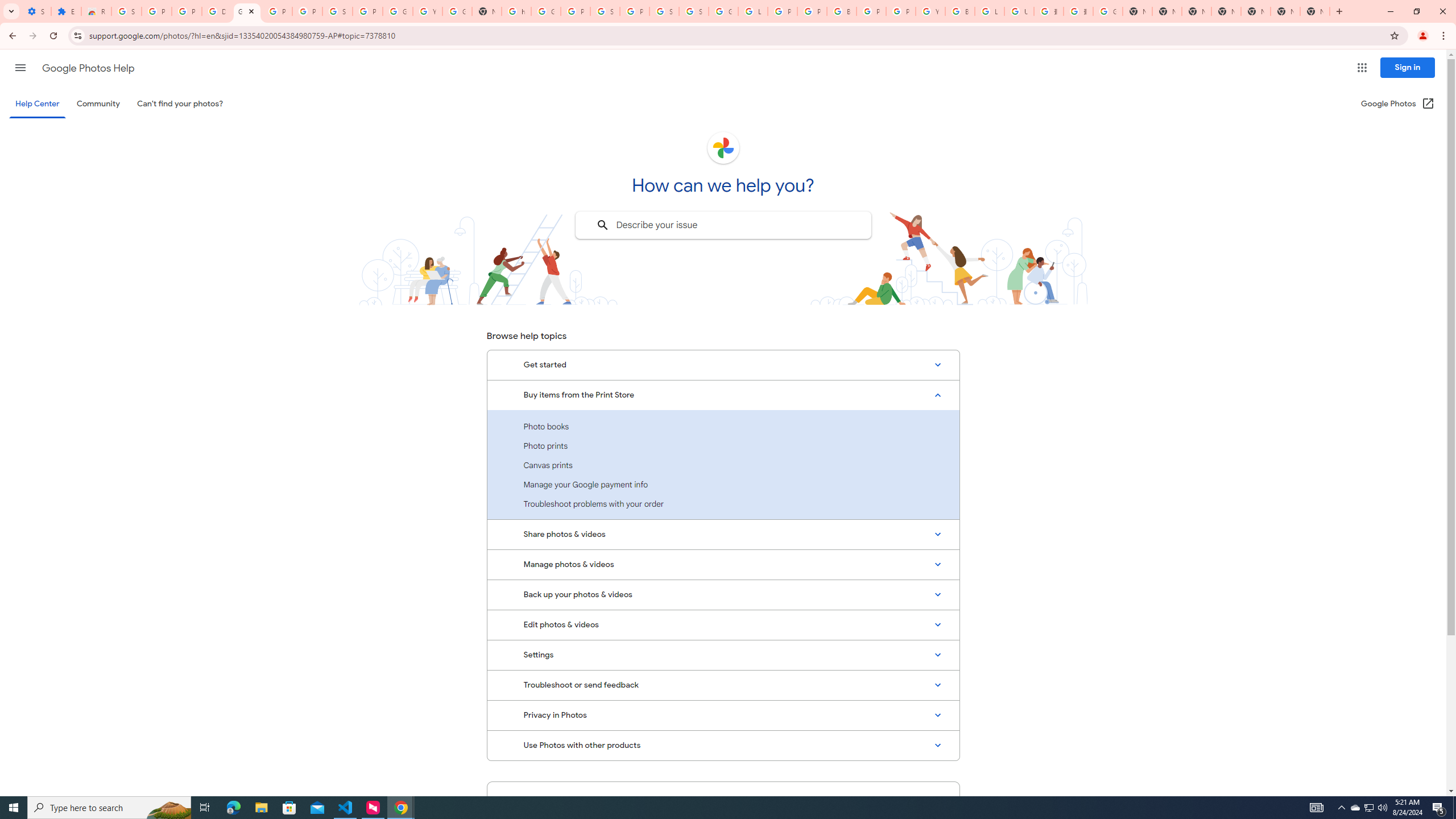 The image size is (1456, 819). I want to click on 'Google Photos Help', so click(88, 68).